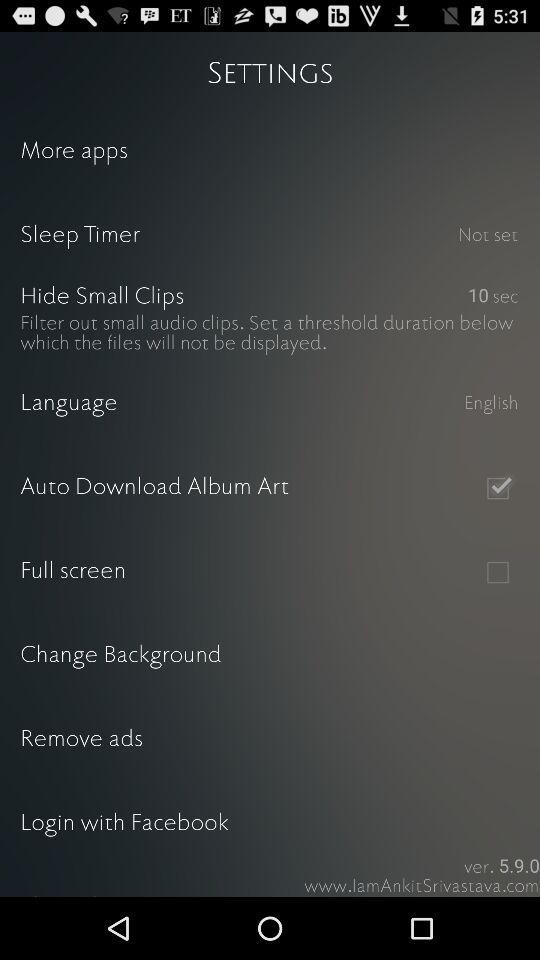 Image resolution: width=540 pixels, height=960 pixels. What do you see at coordinates (270, 824) in the screenshot?
I see `the login with facebook item` at bounding box center [270, 824].